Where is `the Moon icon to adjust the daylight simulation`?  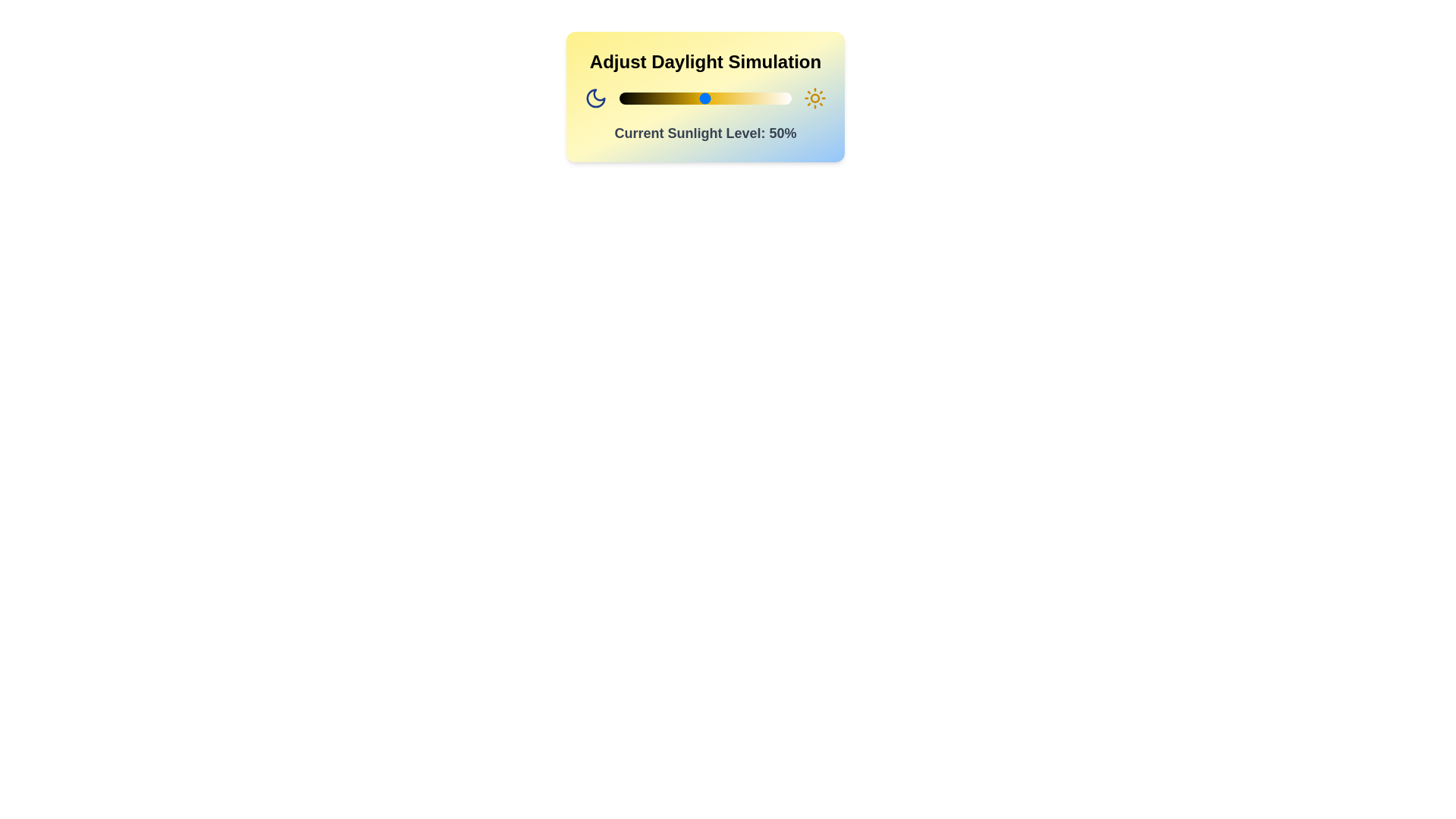 the Moon icon to adjust the daylight simulation is located at coordinates (595, 99).